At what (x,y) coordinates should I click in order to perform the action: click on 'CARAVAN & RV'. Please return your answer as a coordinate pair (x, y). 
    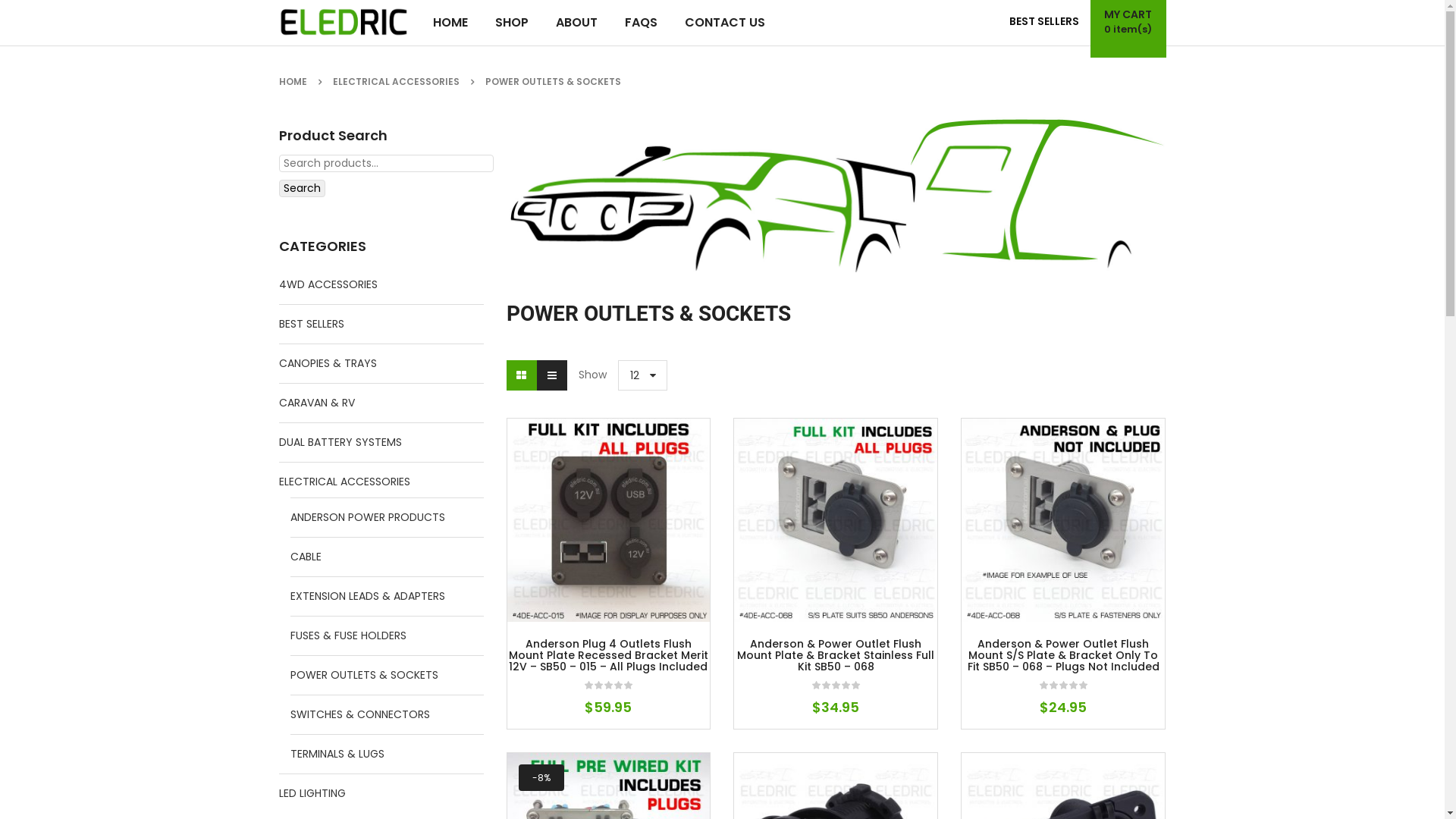
    Looking at the image, I should click on (279, 402).